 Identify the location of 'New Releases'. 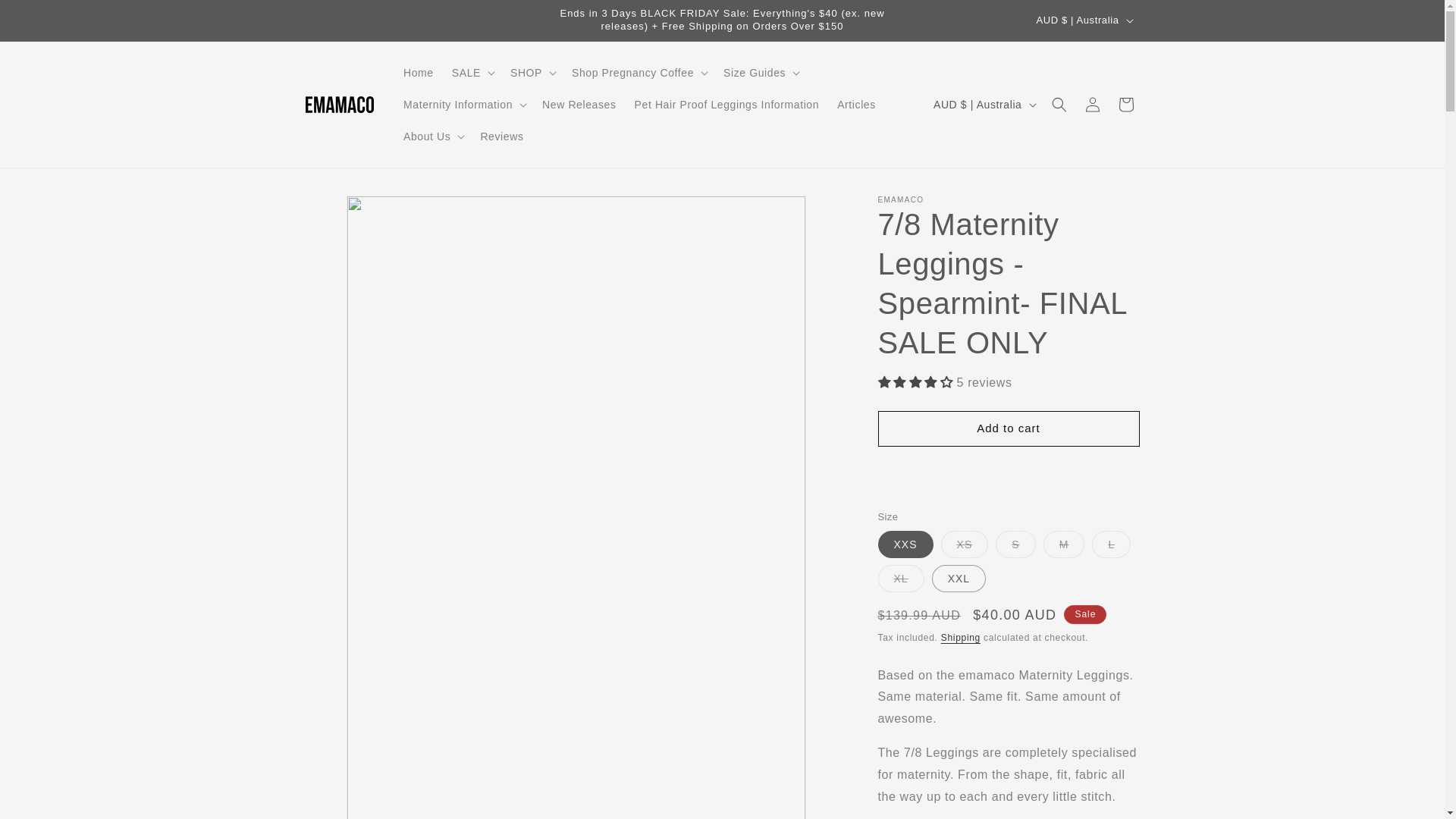
(578, 104).